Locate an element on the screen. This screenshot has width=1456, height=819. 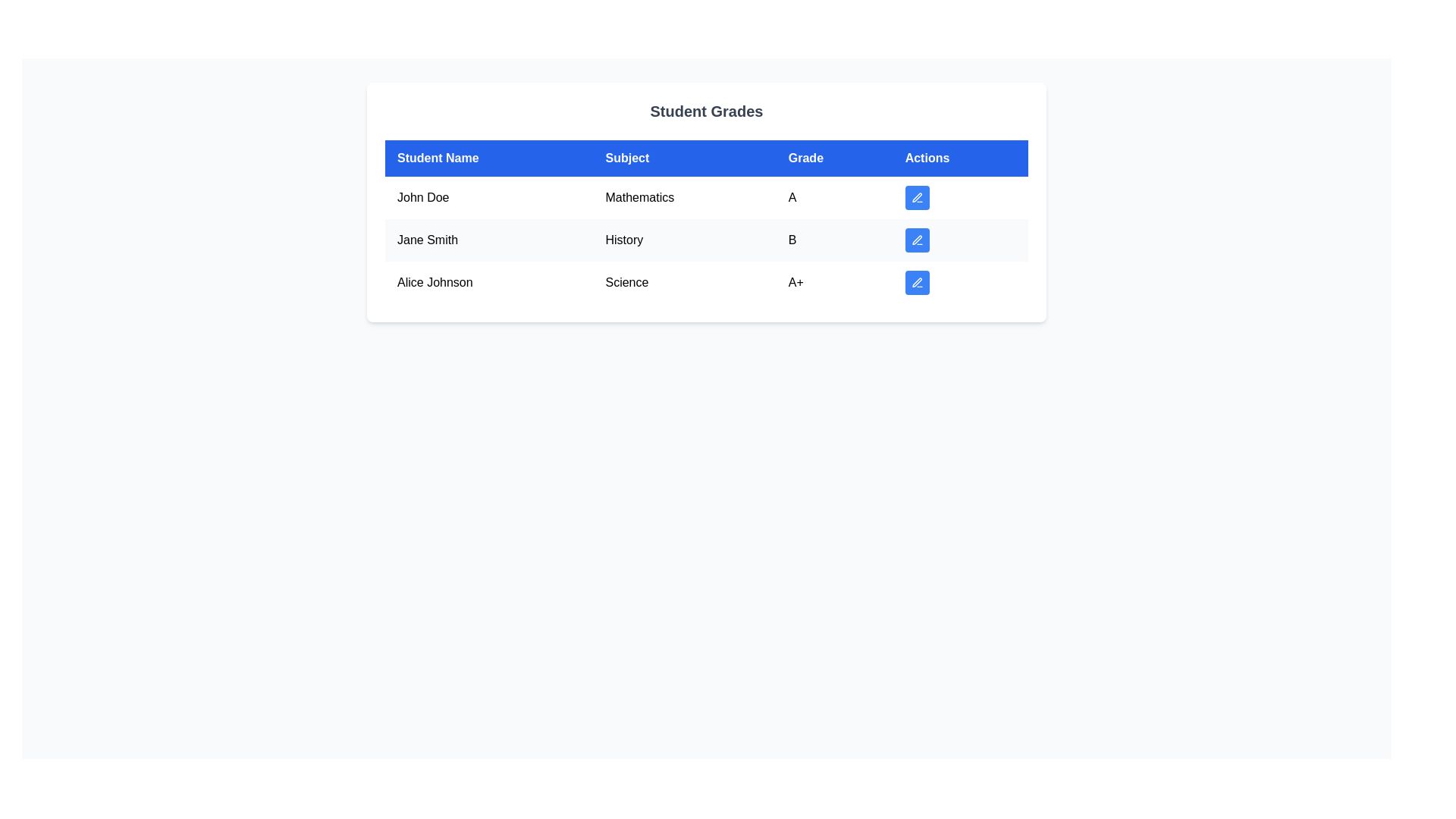
the edit button in the 'Actions' column for the row of 'Alice Johnson' in the 'Student Grades' table is located at coordinates (916, 283).